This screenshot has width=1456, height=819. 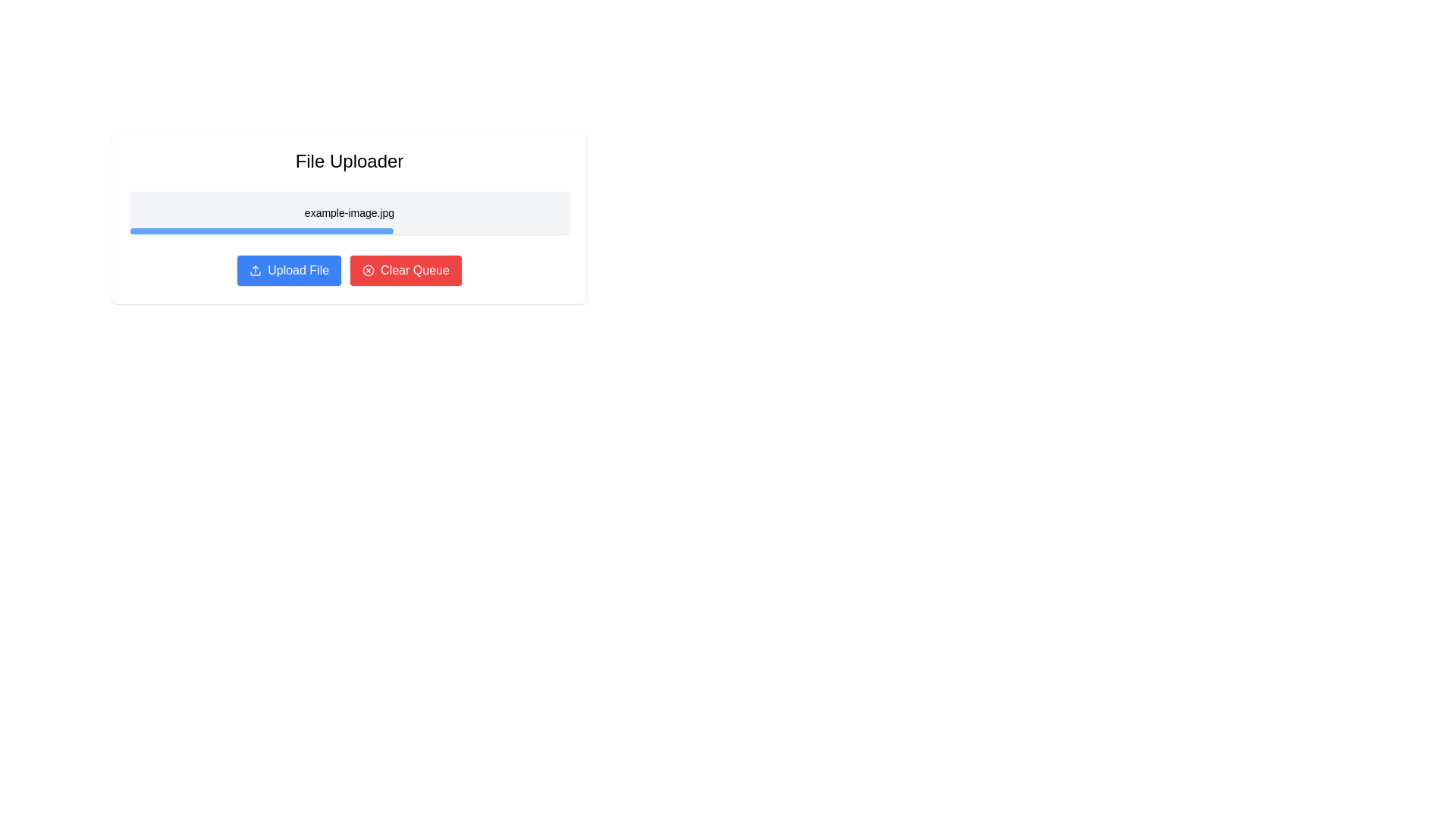 I want to click on the descriptive text label within the button that removes items from the queue, located to the right of the 'Upload File' button in the file uploader interface, so click(x=415, y=270).